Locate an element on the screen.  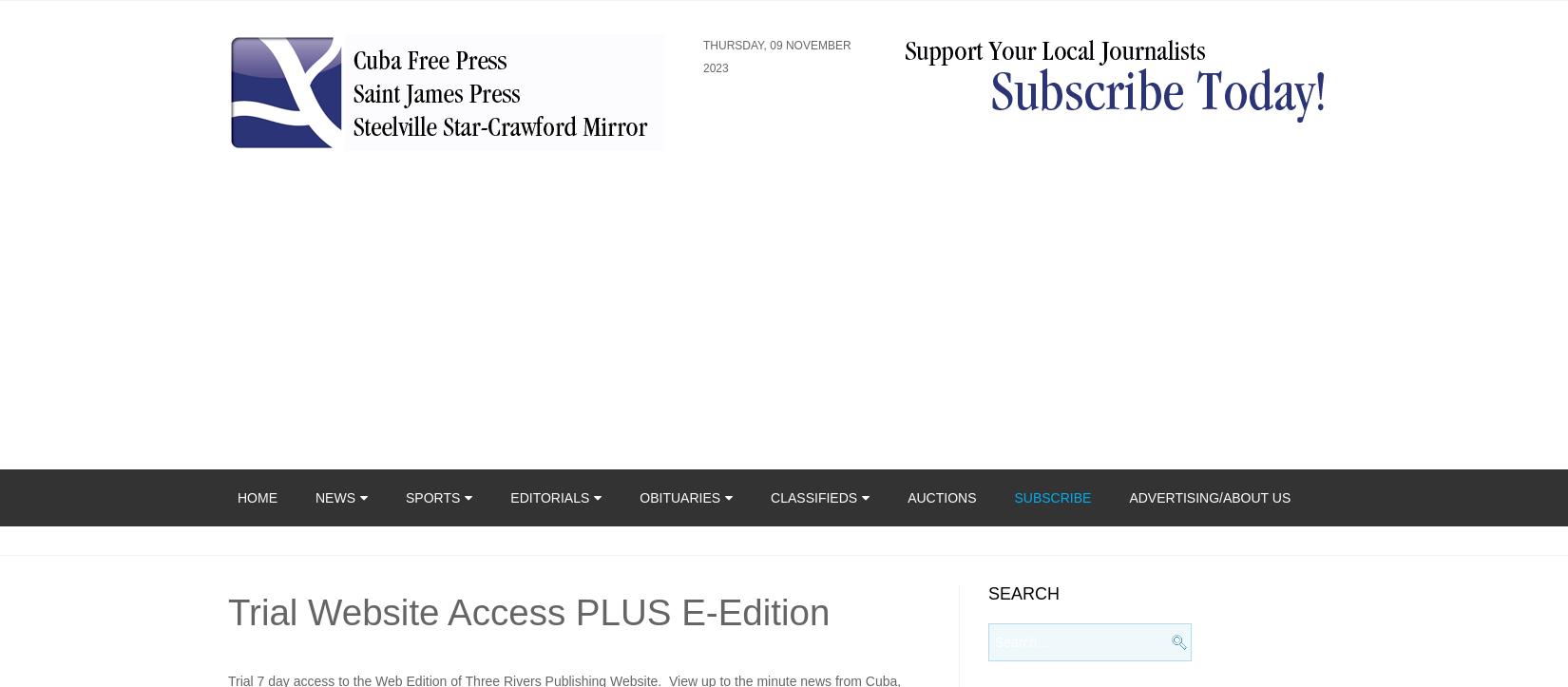
'Home' is located at coordinates (257, 497).